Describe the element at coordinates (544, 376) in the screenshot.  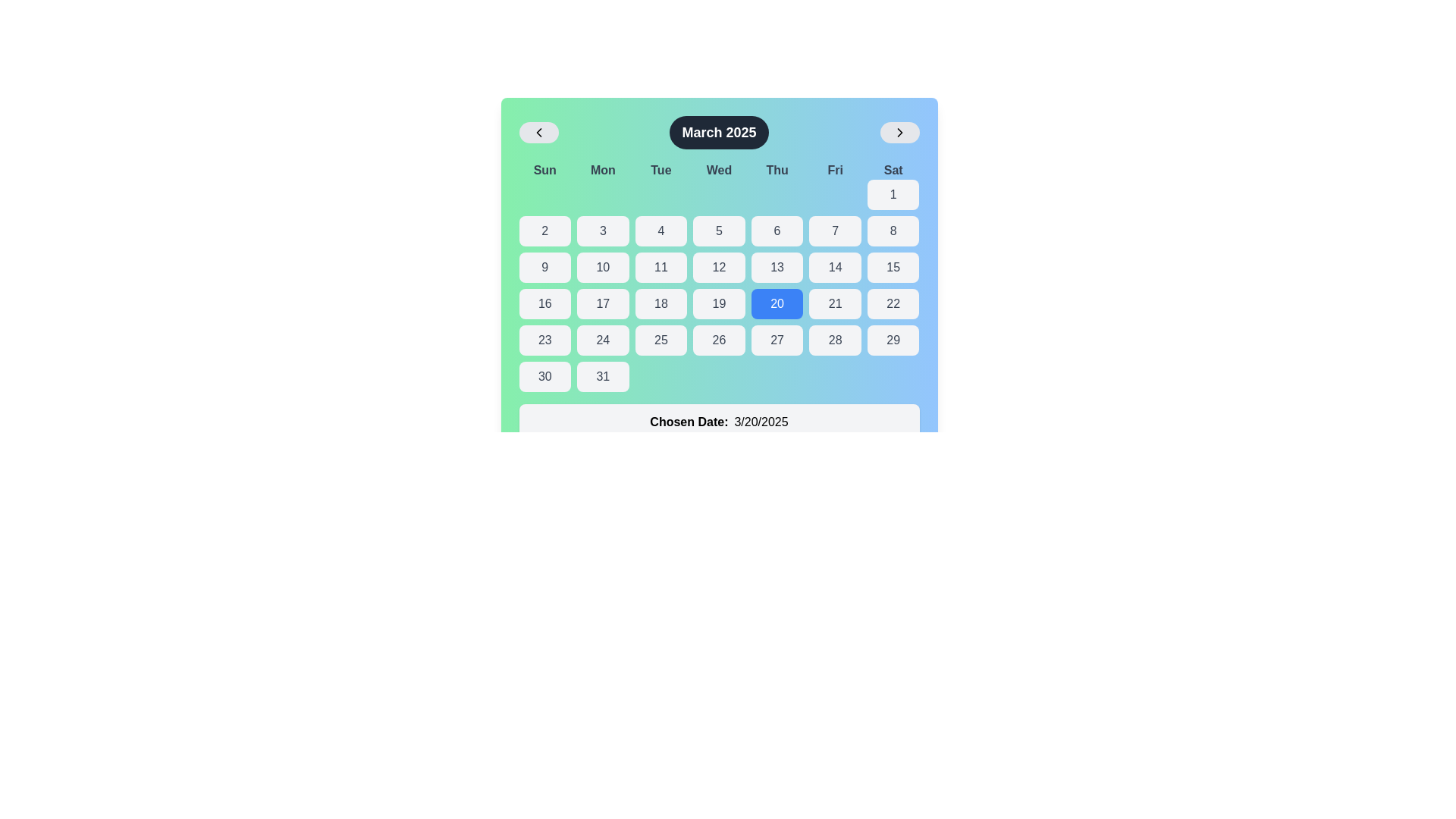
I see `the button representing the 30th day of the month in the calendar interface` at that location.